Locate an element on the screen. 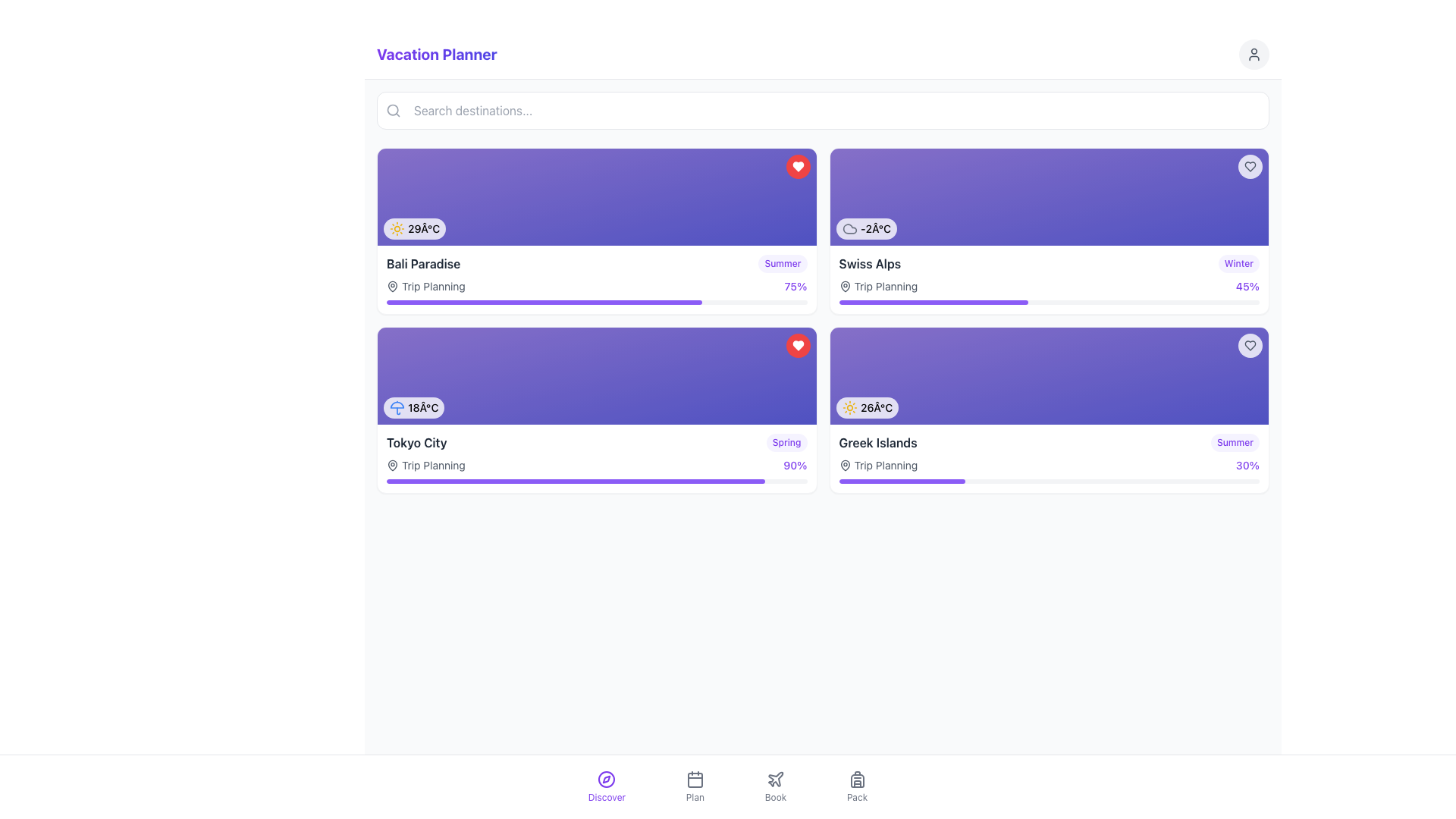 The width and height of the screenshot is (1456, 819). the small, vector-based pin icon located below the 'Trip Planning' text on the 'Tokyo City' card in the lower-left quadrant of the interface is located at coordinates (393, 464).